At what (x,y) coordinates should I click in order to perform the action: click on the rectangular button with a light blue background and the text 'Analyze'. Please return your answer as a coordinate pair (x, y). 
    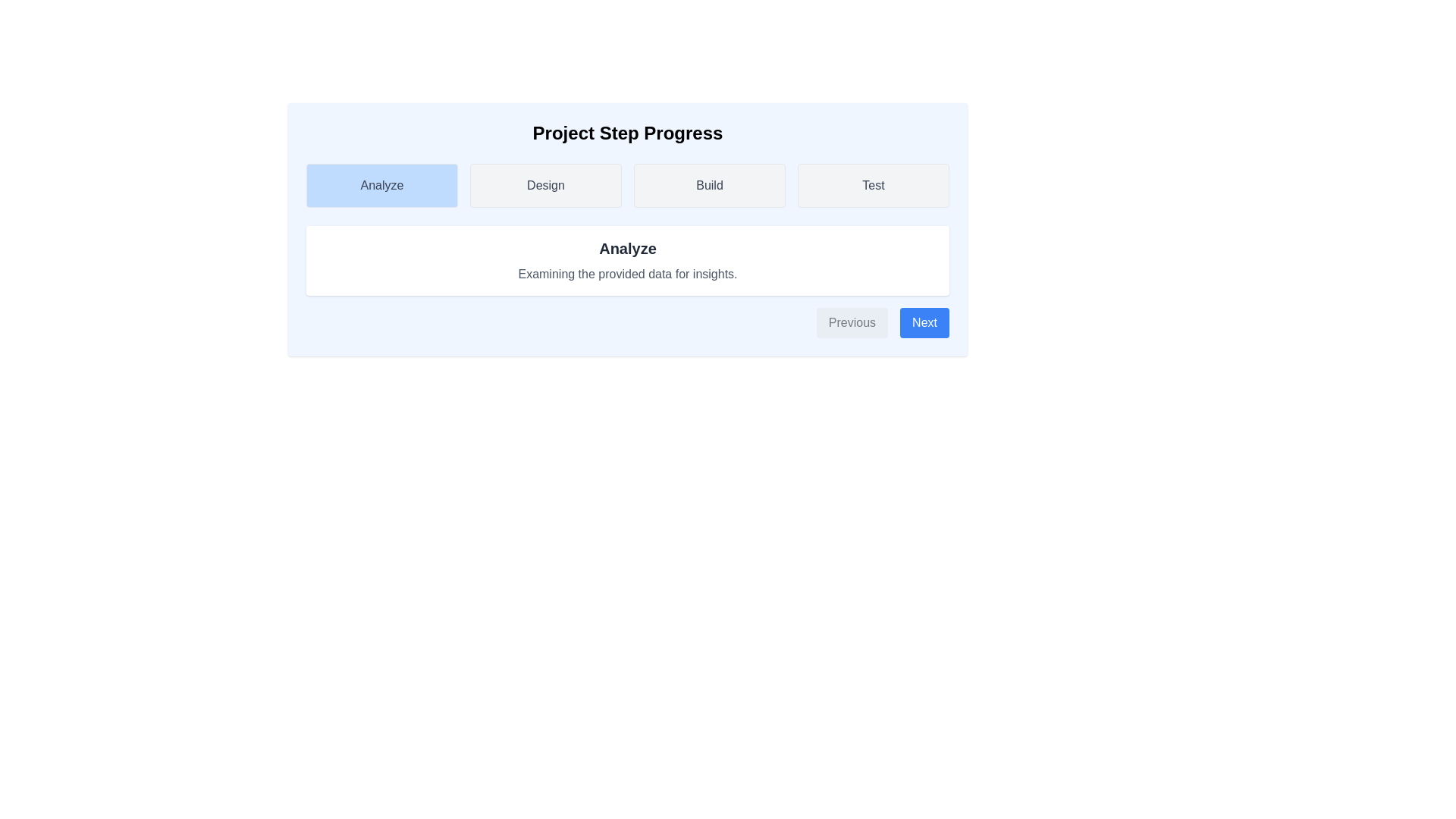
    Looking at the image, I should click on (382, 185).